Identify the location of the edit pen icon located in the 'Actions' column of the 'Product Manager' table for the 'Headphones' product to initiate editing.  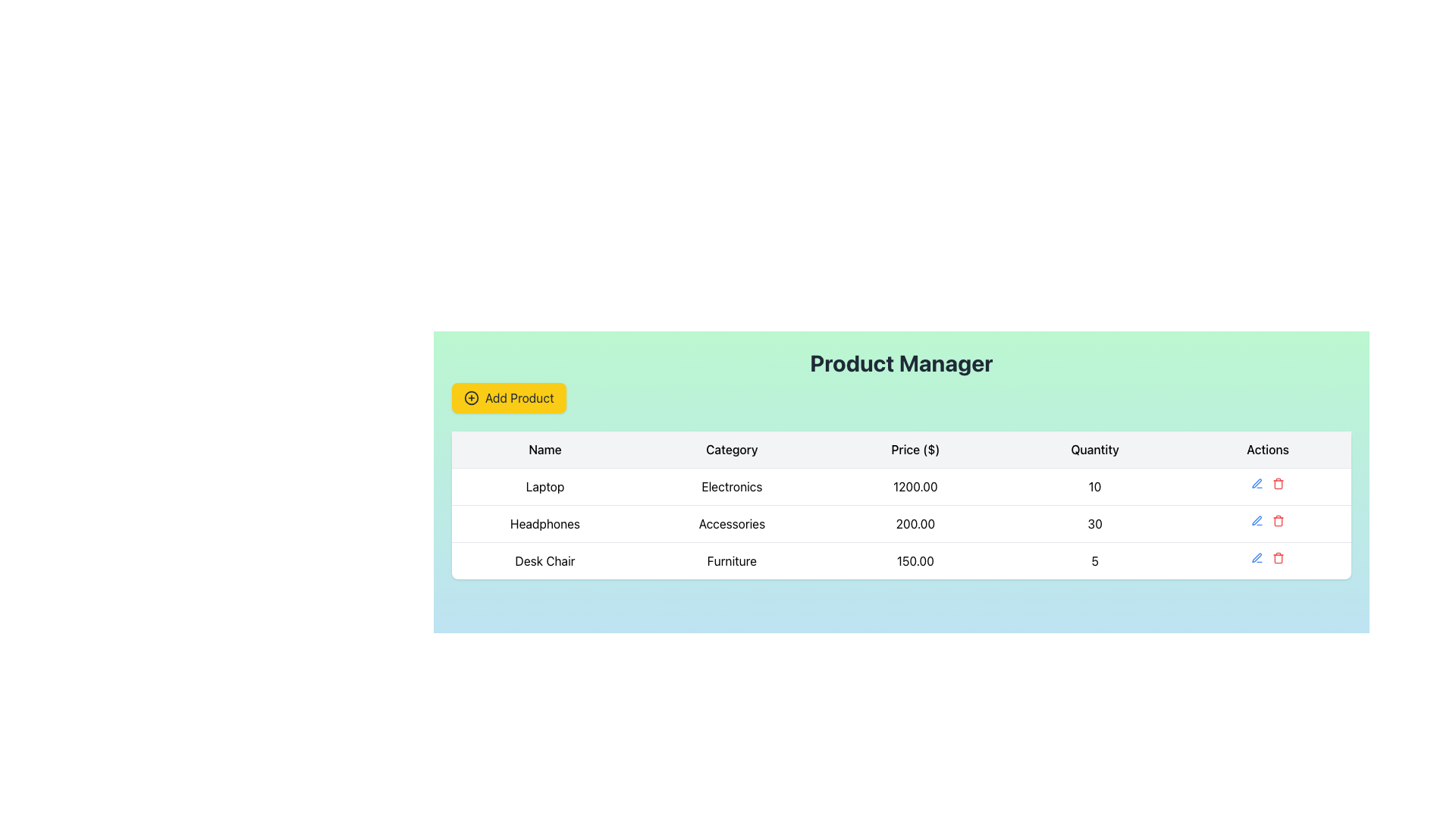
(1256, 557).